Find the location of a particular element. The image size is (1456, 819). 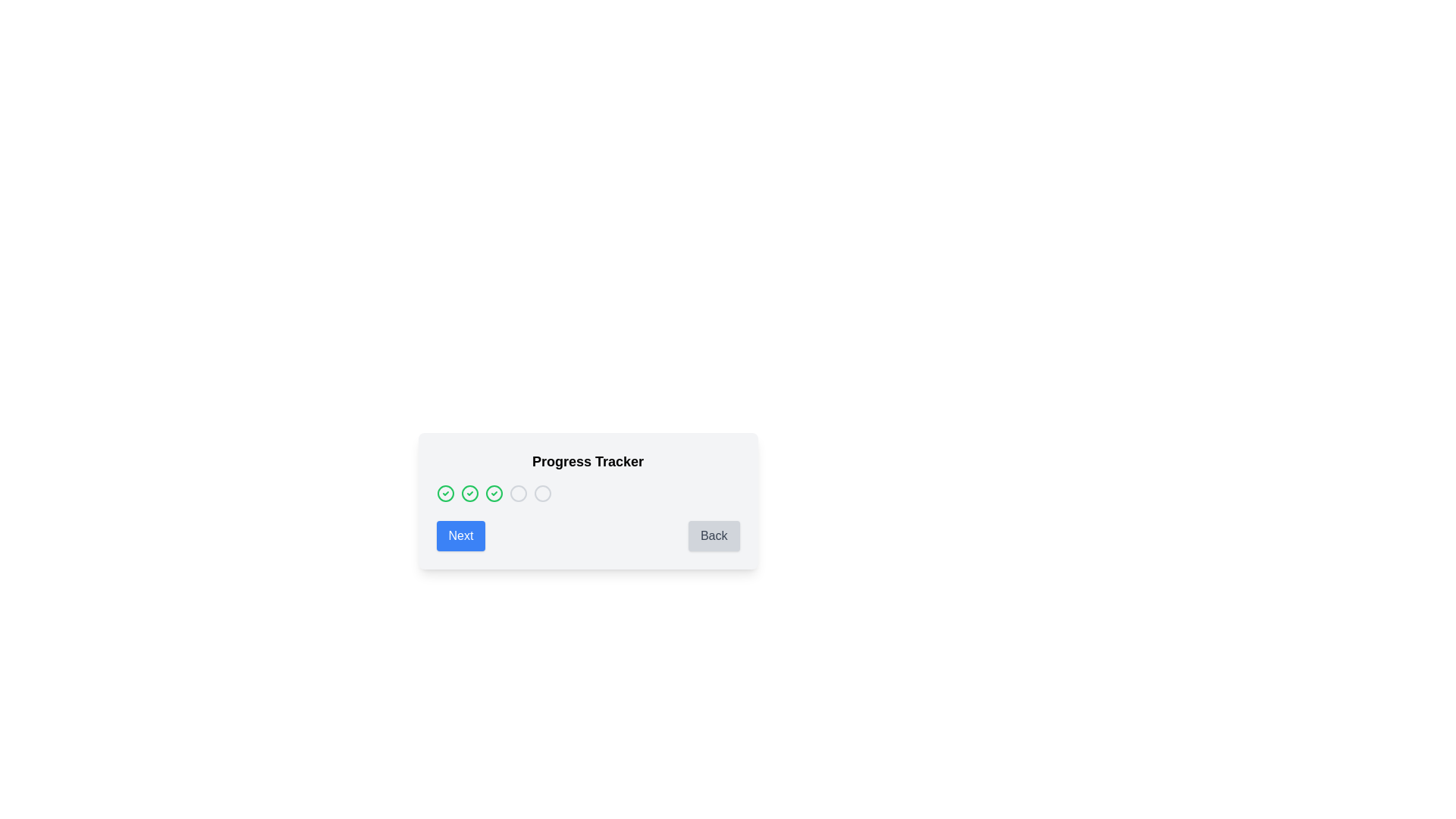

the fourth circular progress step indicator icon is located at coordinates (518, 494).